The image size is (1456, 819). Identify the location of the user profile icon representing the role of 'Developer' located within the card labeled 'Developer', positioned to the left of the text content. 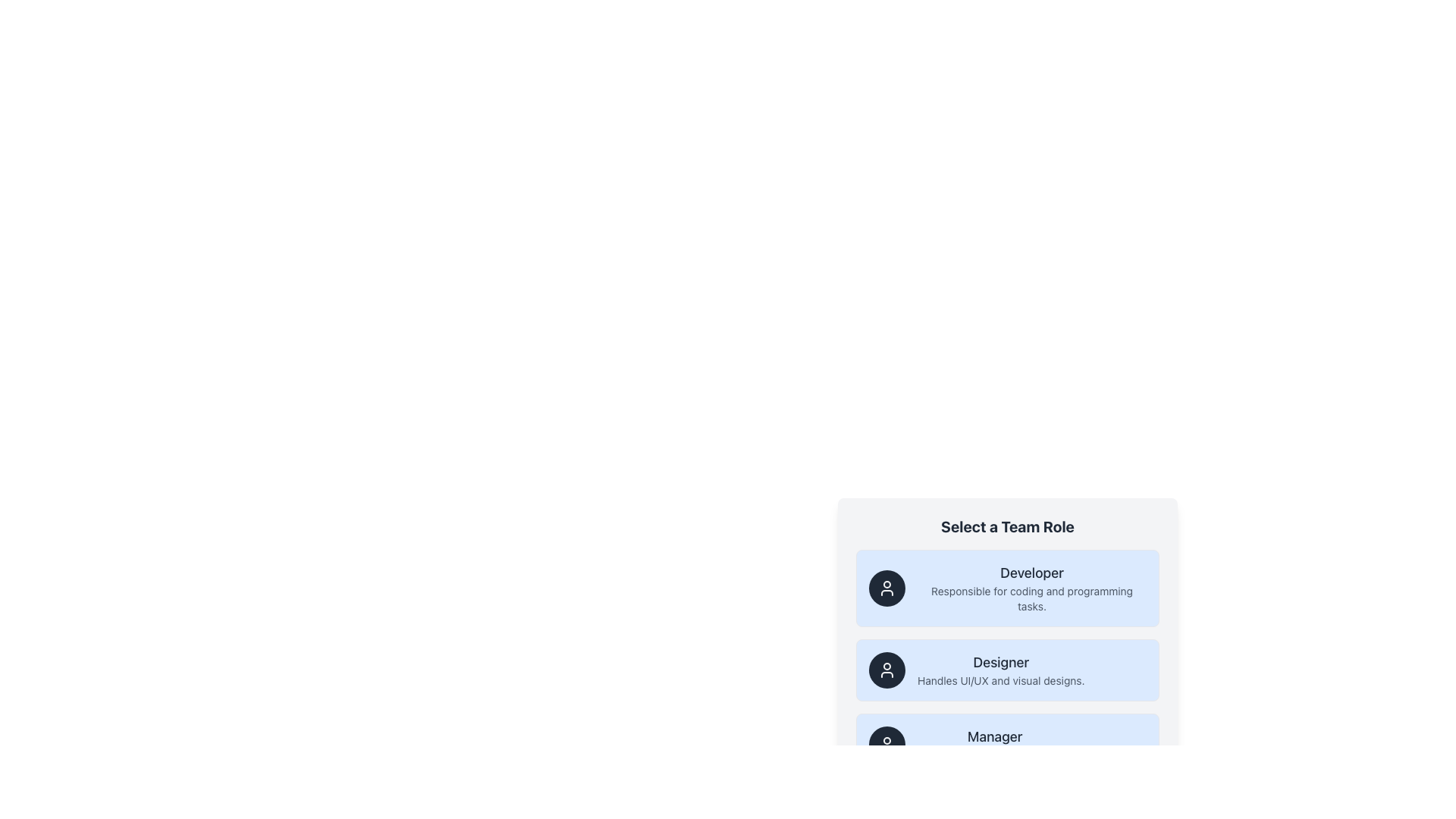
(887, 587).